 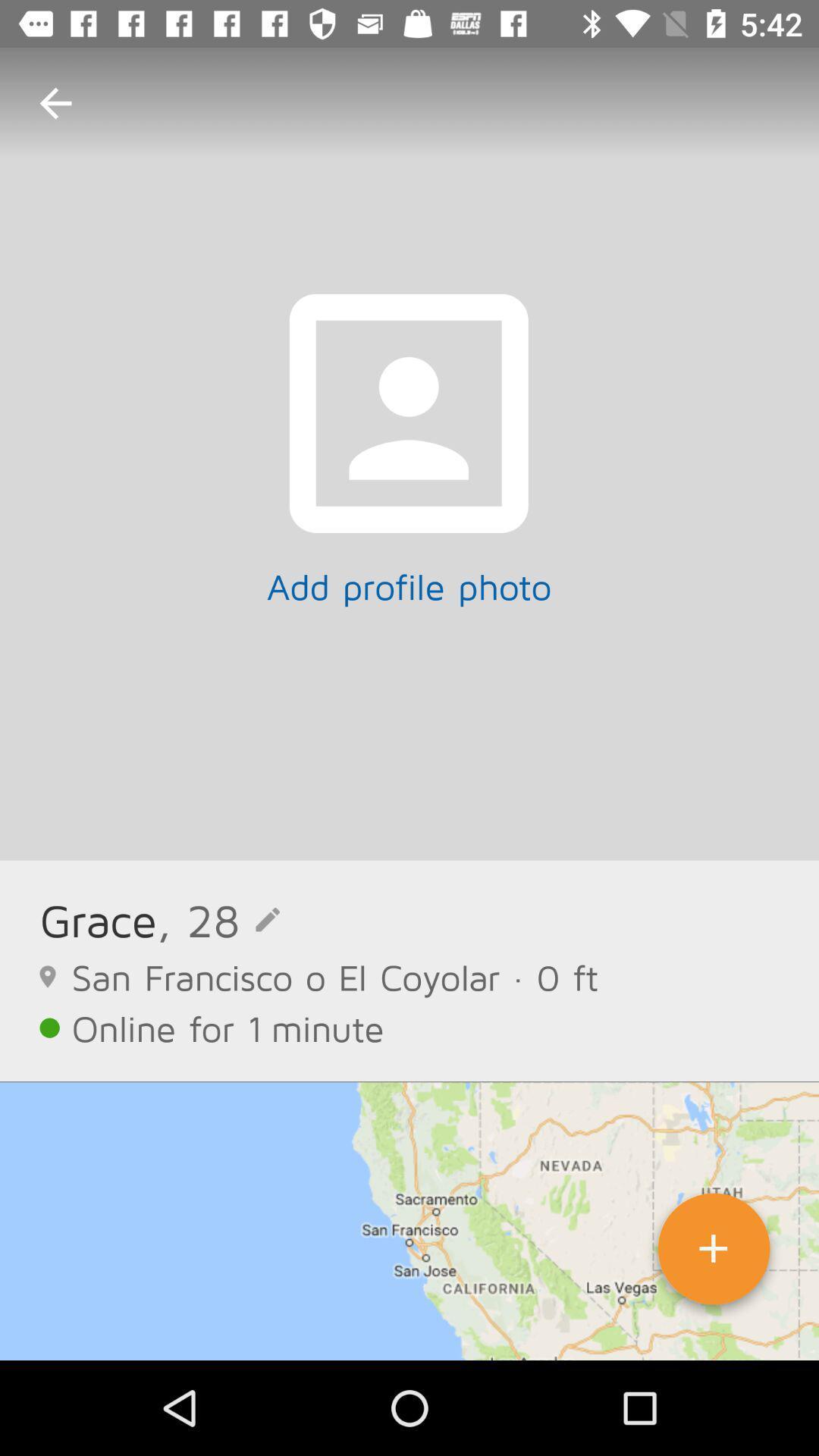 I want to click on the grace item, so click(x=98, y=919).